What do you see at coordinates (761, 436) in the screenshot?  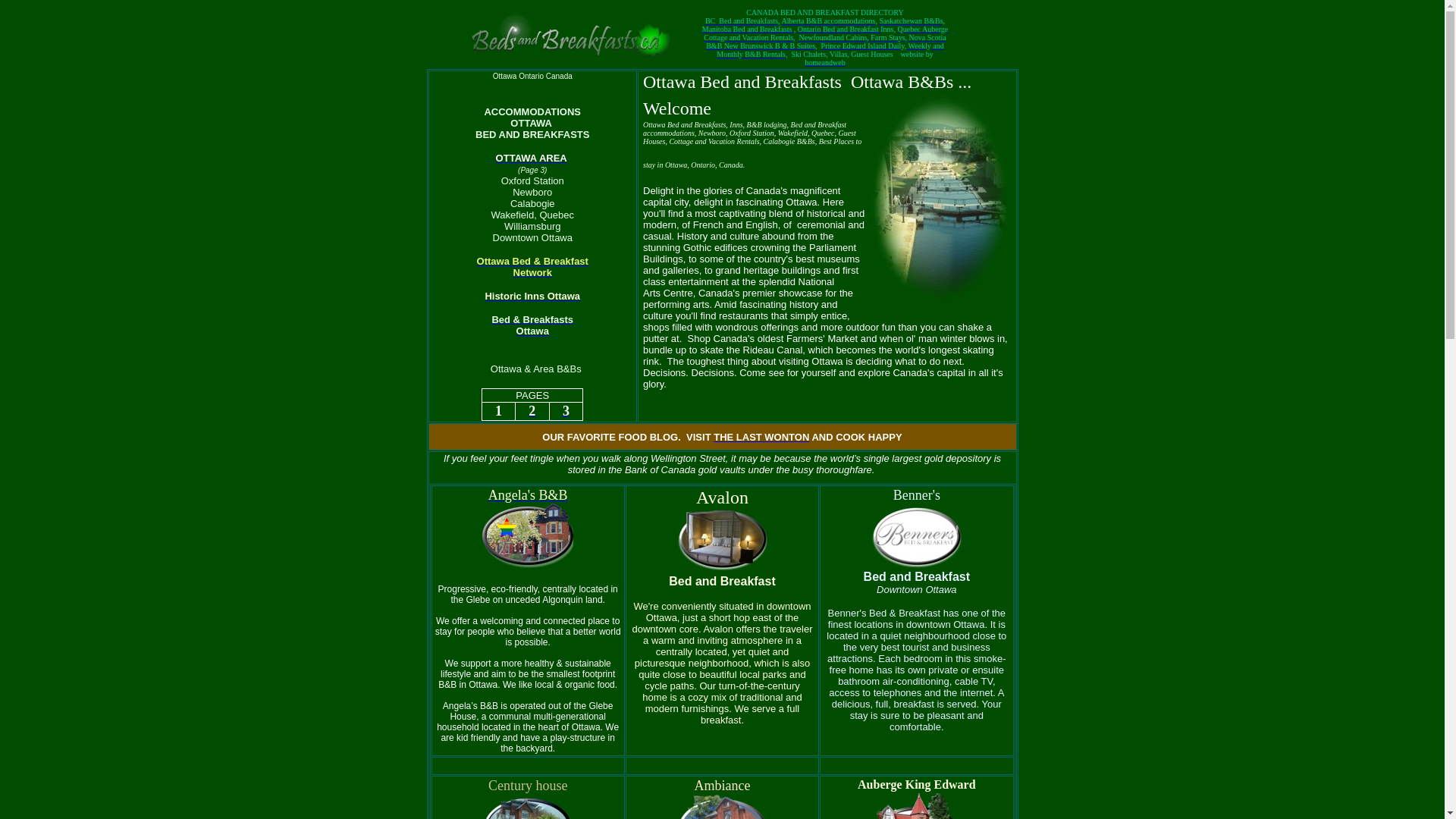 I see `'THE LAST WONTON'` at bounding box center [761, 436].